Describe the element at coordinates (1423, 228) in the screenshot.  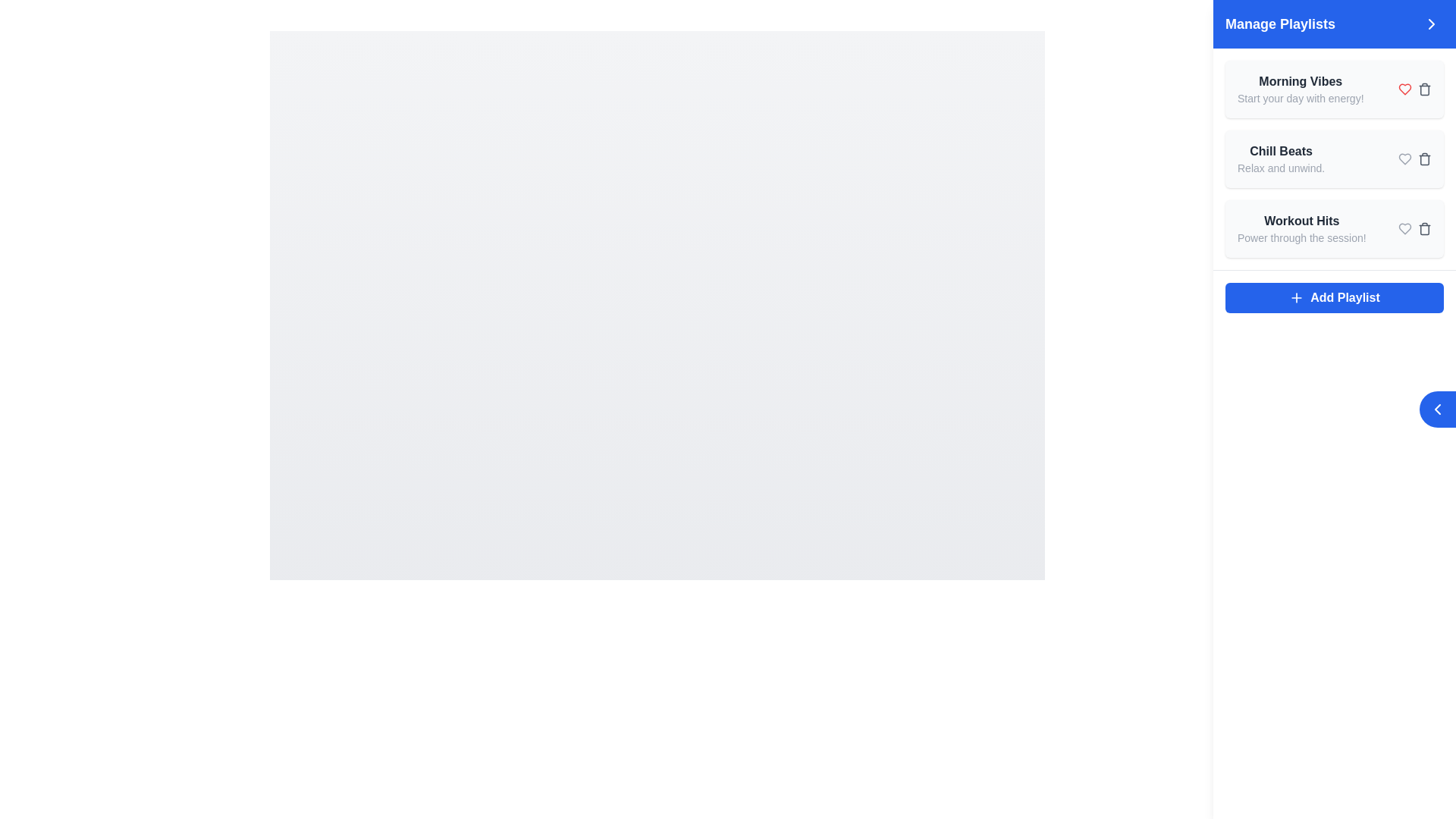
I see `the trash can icon located within the 'Workout Hits' playlist control to change its color to blue` at that location.